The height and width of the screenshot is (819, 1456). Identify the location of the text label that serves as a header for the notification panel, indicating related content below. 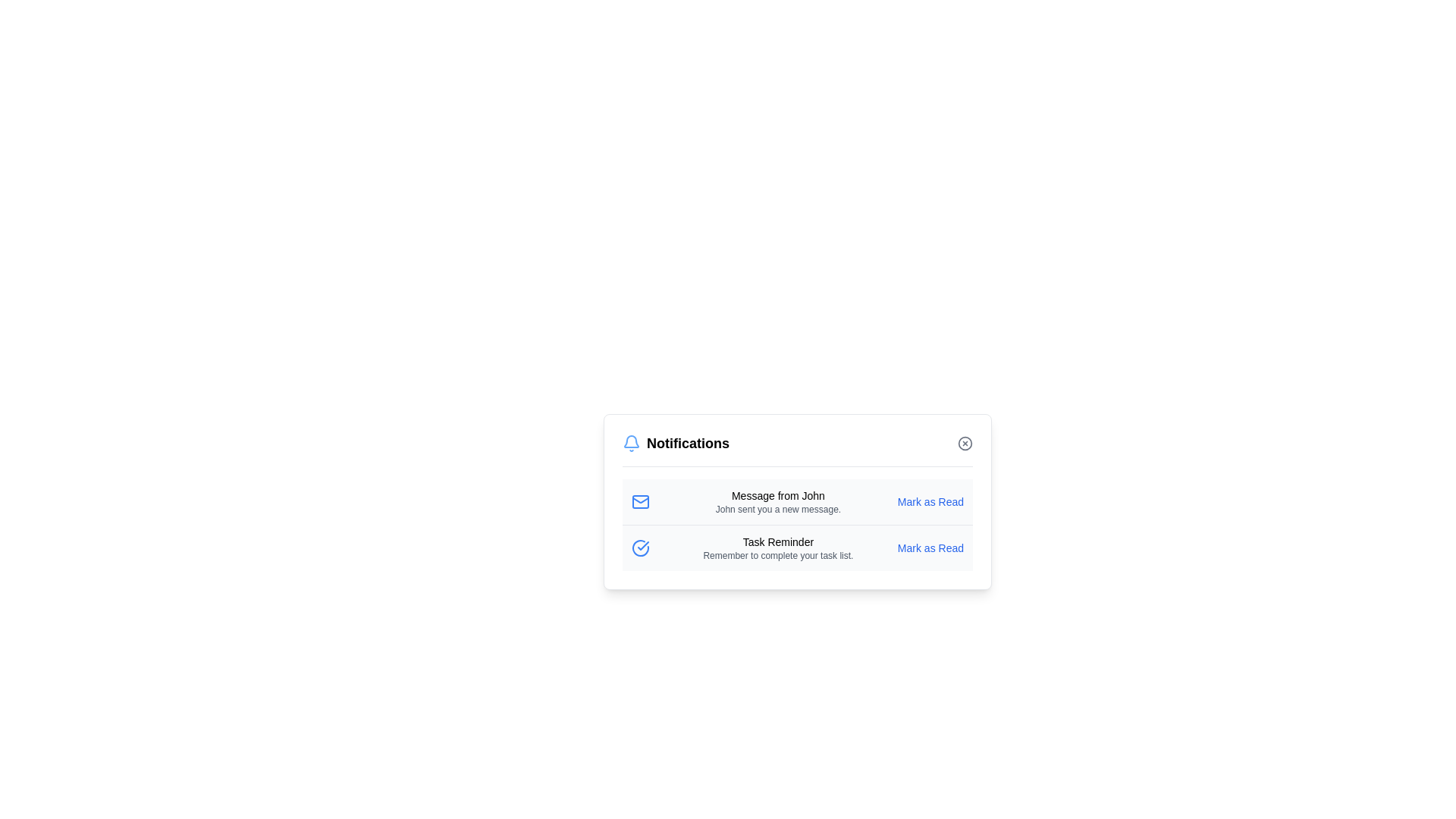
(687, 444).